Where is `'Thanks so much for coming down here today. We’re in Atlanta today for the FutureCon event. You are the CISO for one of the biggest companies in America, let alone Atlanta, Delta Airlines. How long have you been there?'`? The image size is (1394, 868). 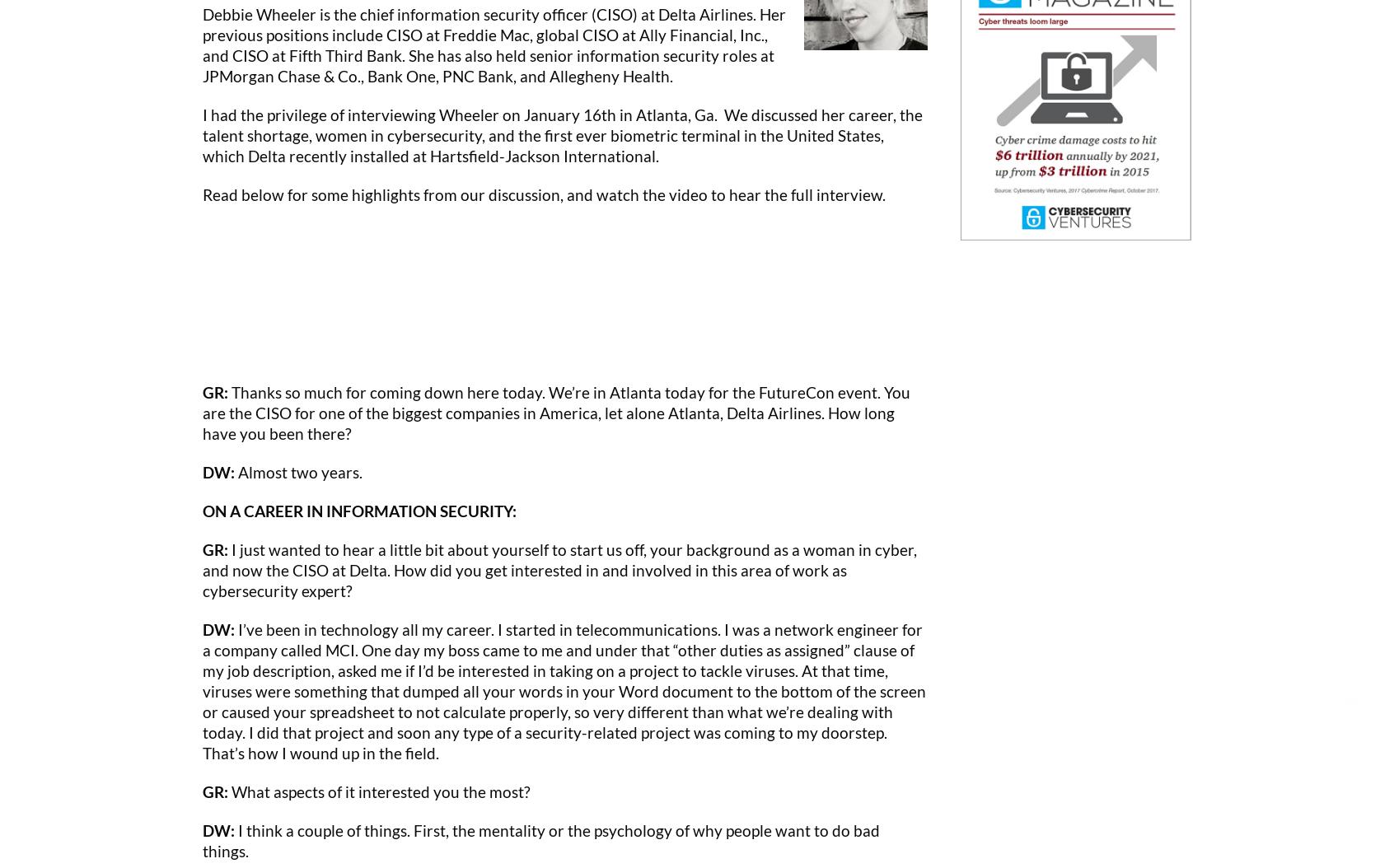 'Thanks so much for coming down here today. We’re in Atlanta today for the FutureCon event. You are the CISO for one of the biggest companies in America, let alone Atlanta, Delta Airlines. How long have you been there?' is located at coordinates (556, 411).